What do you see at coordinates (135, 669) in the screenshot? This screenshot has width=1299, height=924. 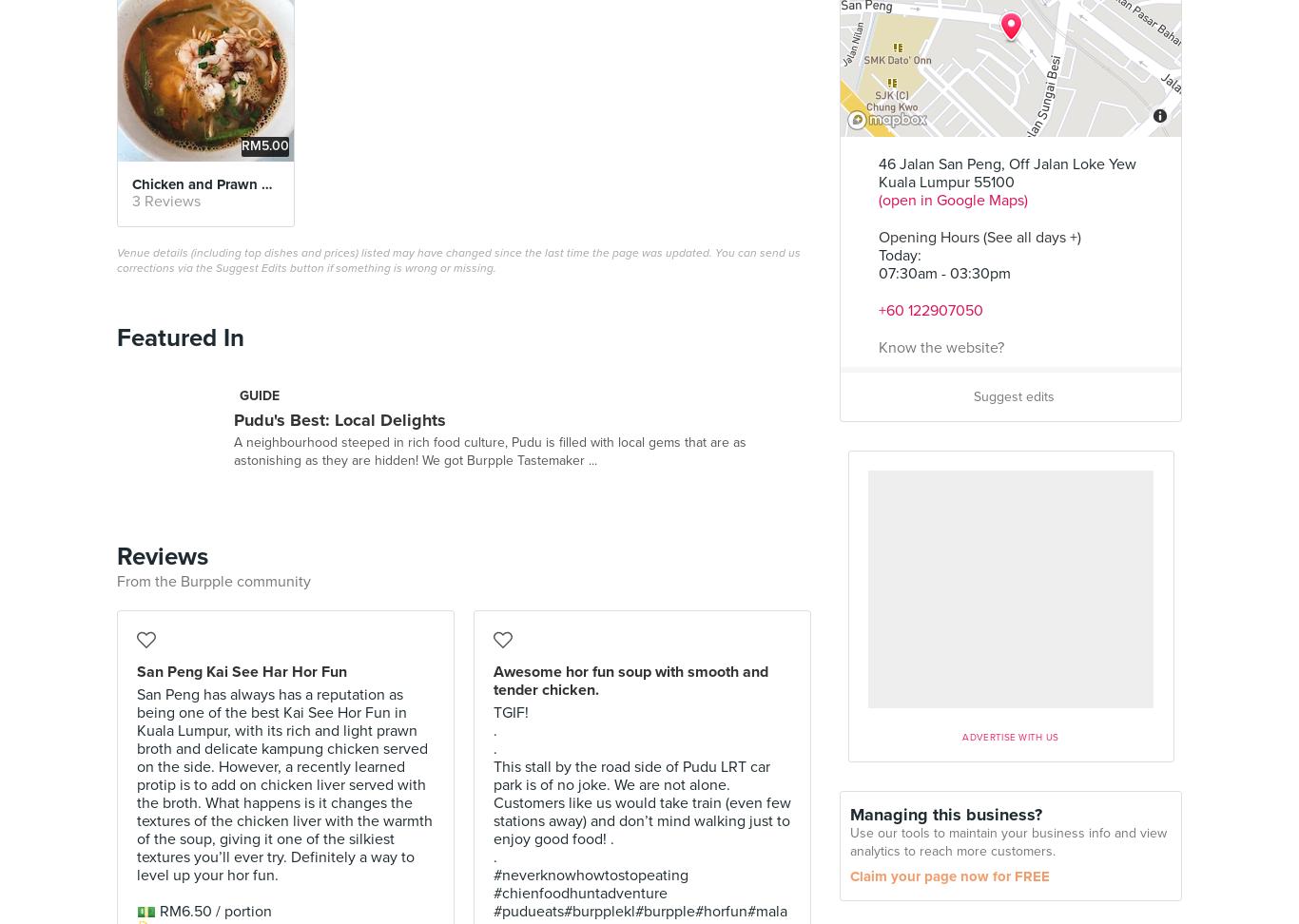 I see `'San Peng Kai See Har Hor Fun'` at bounding box center [135, 669].